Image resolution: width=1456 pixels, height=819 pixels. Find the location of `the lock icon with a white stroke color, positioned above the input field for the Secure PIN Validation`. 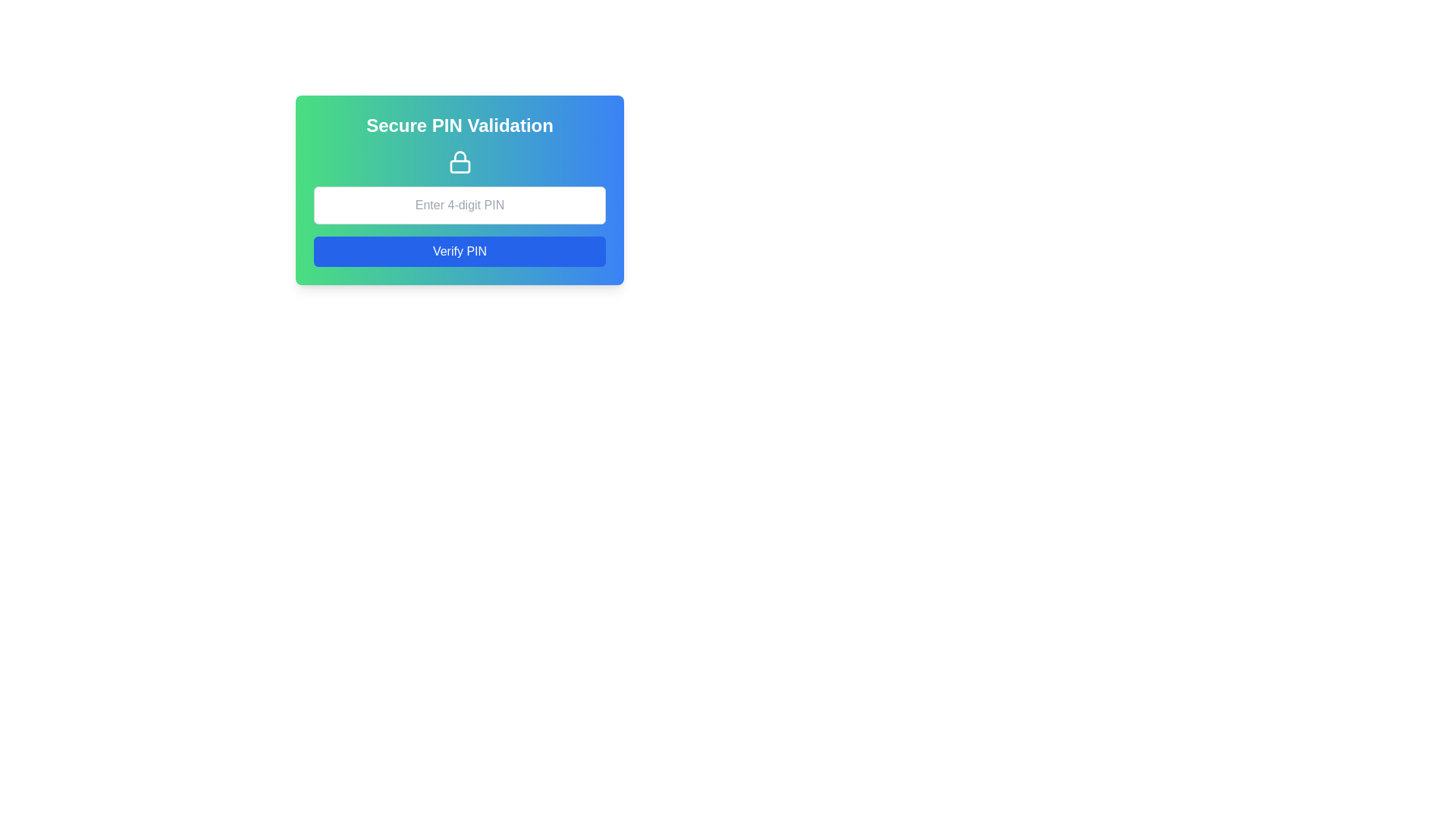

the lock icon with a white stroke color, positioned above the input field for the Secure PIN Validation is located at coordinates (459, 162).